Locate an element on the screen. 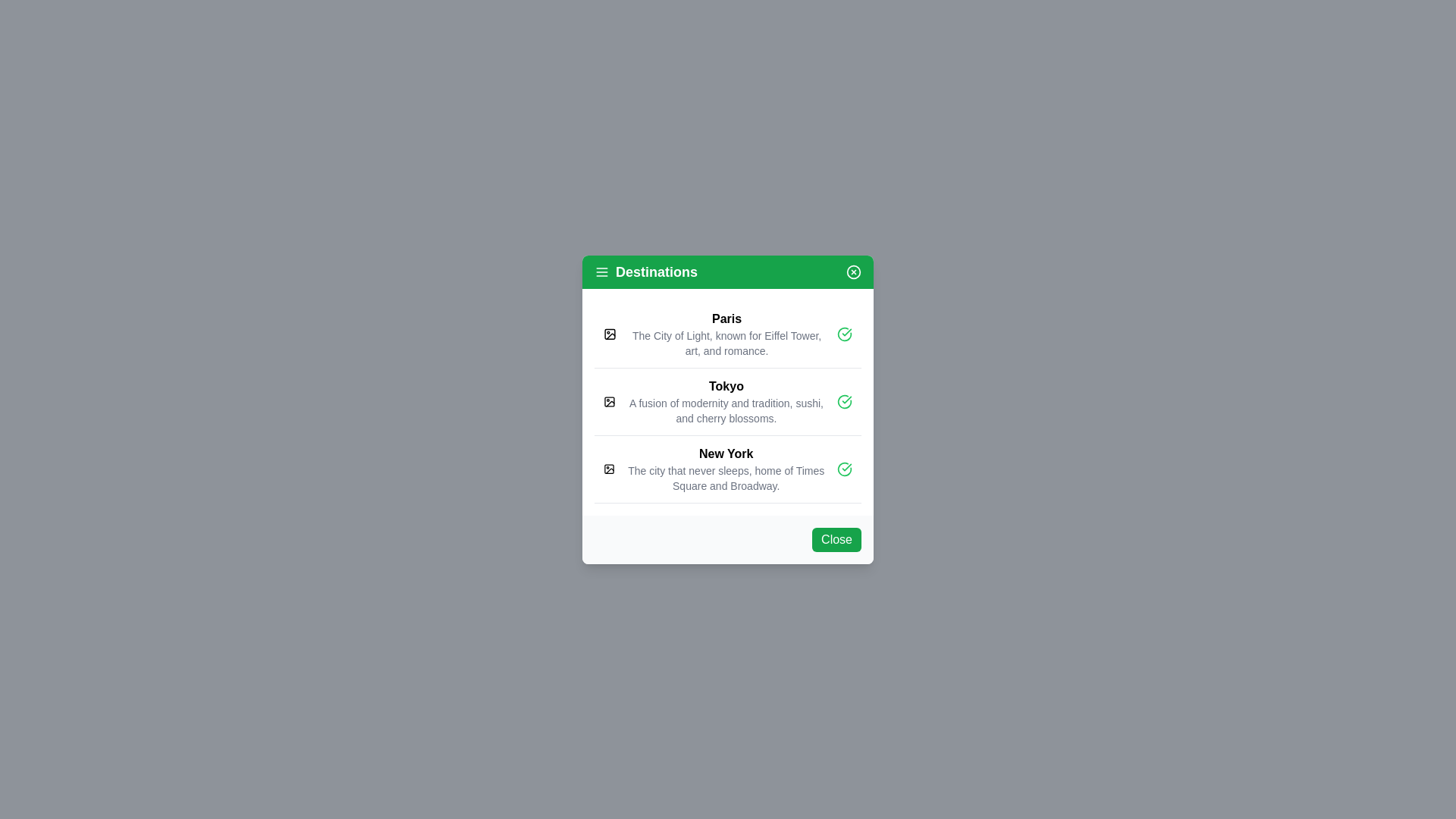 Image resolution: width=1456 pixels, height=819 pixels. the 'Destinations' text label, which is prominently displayed in bold white font on a vibrant green background at the top of the popup interface is located at coordinates (657, 271).